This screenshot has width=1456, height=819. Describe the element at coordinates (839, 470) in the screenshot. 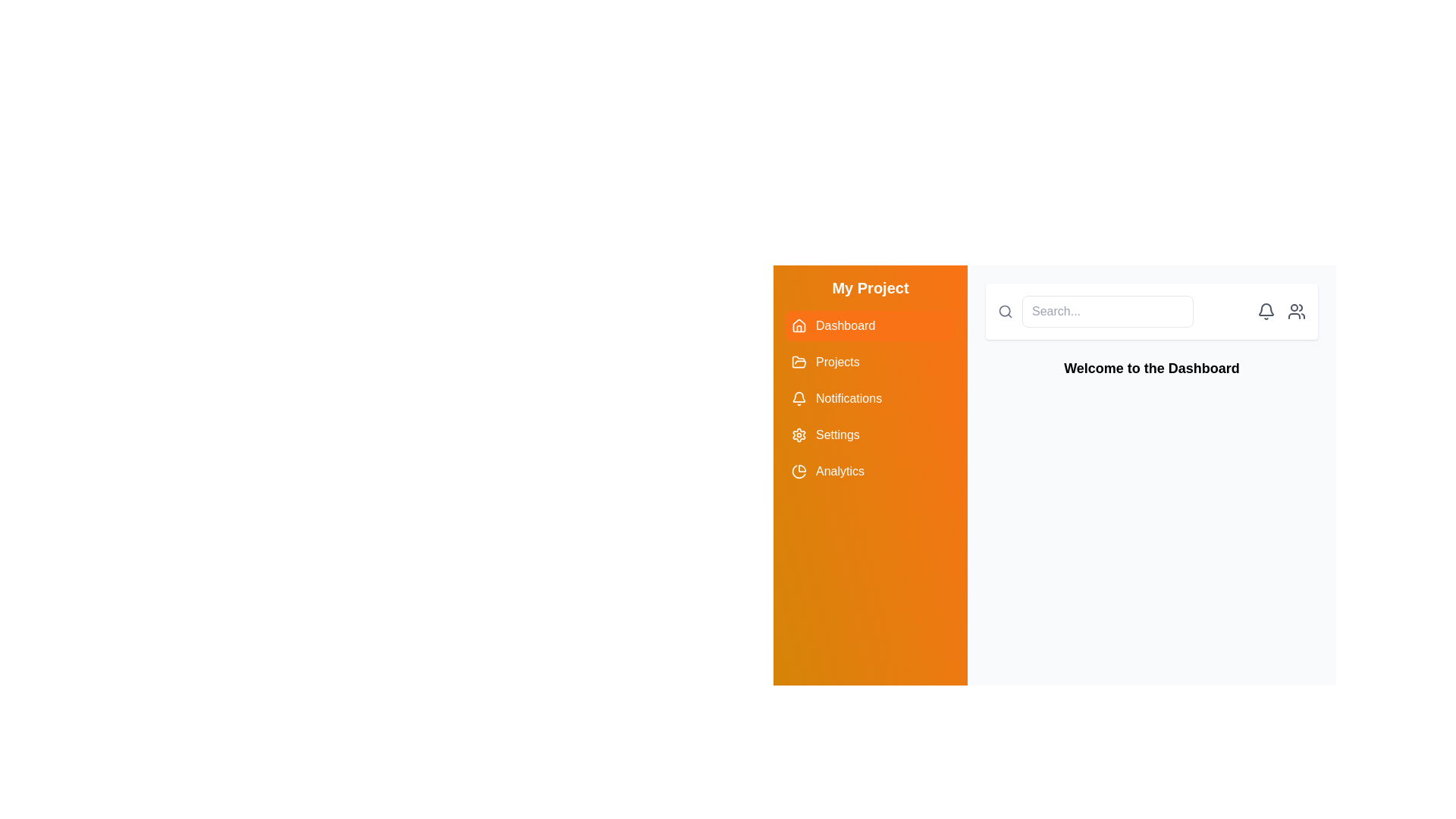

I see `the 'Analytics' text element located at the bottom of the vertical navigation menu` at that location.